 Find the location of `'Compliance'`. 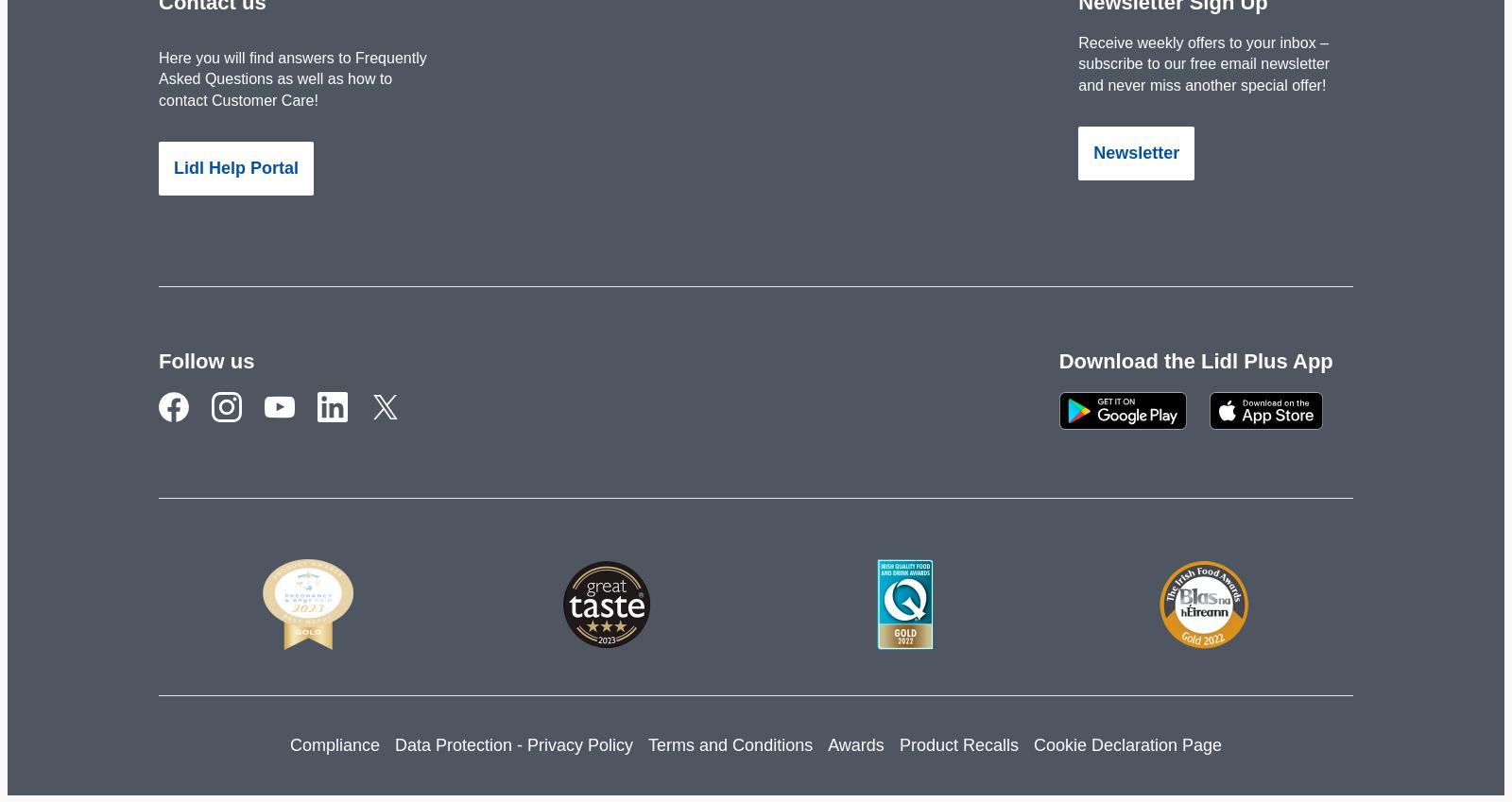

'Compliance' is located at coordinates (334, 743).